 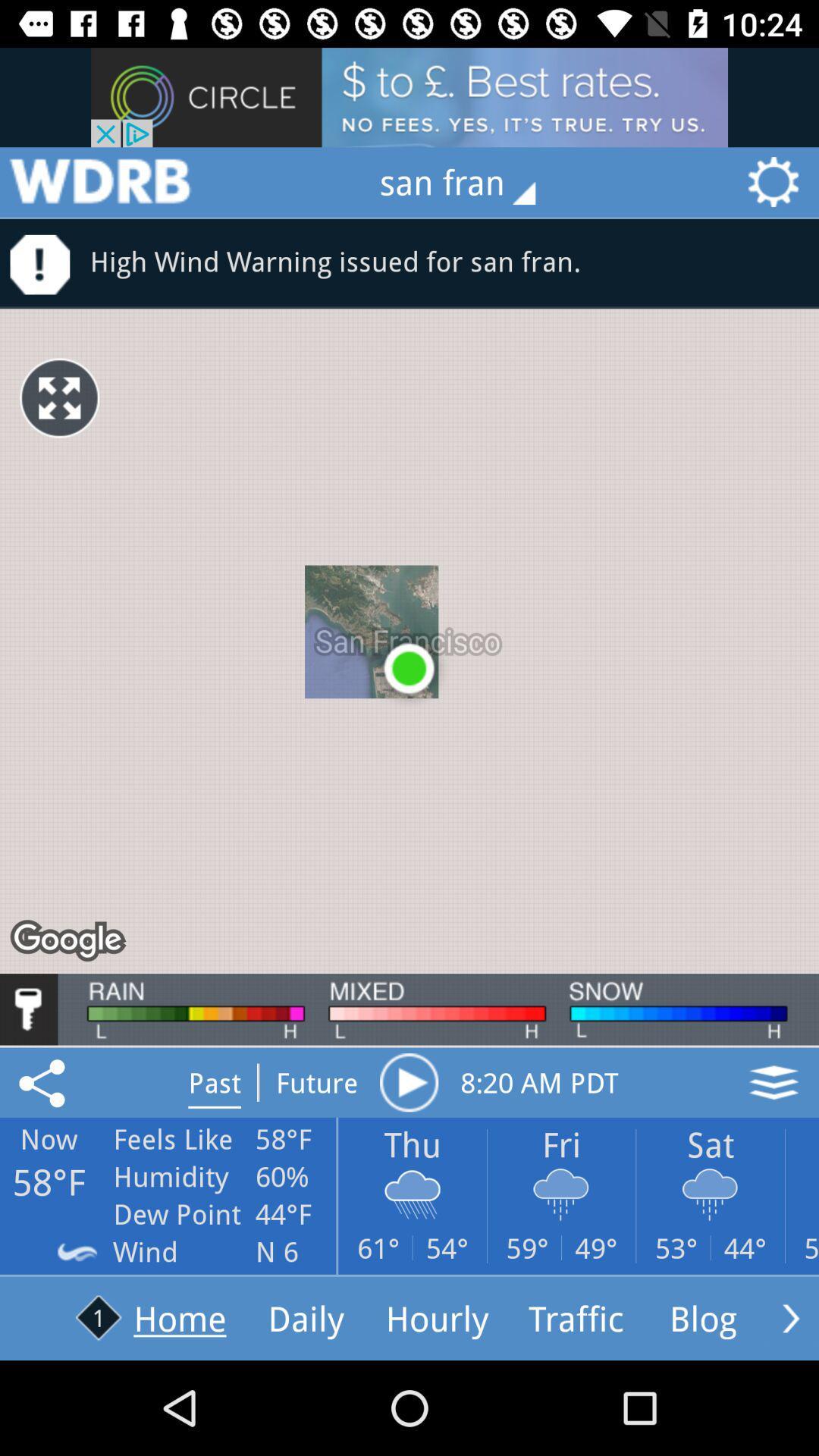 I want to click on advertisements, so click(x=409, y=96).